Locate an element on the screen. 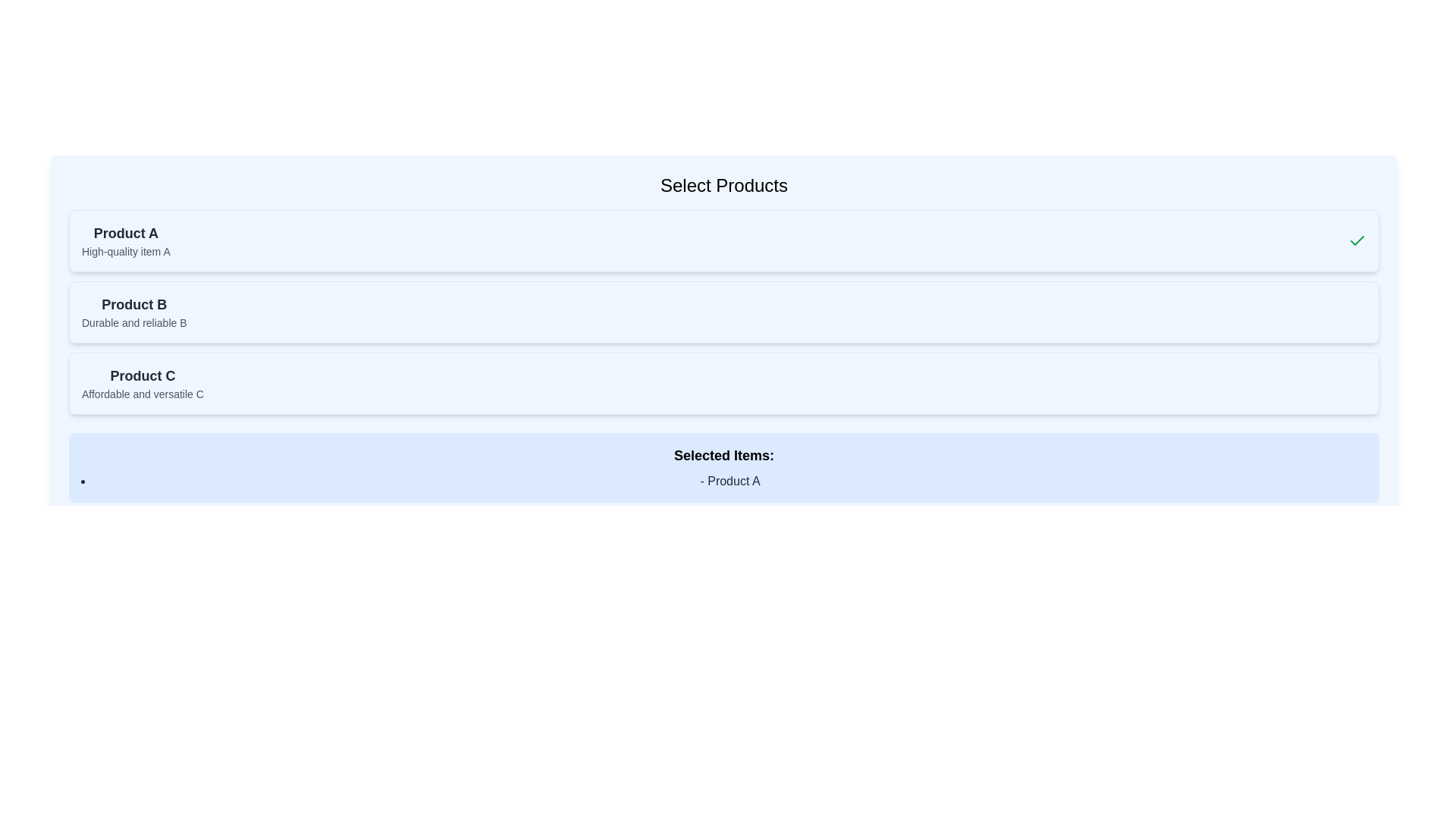  the checkmark icon indicating that Product A is selected, located in the uppermost selection panel is located at coordinates (1357, 240).